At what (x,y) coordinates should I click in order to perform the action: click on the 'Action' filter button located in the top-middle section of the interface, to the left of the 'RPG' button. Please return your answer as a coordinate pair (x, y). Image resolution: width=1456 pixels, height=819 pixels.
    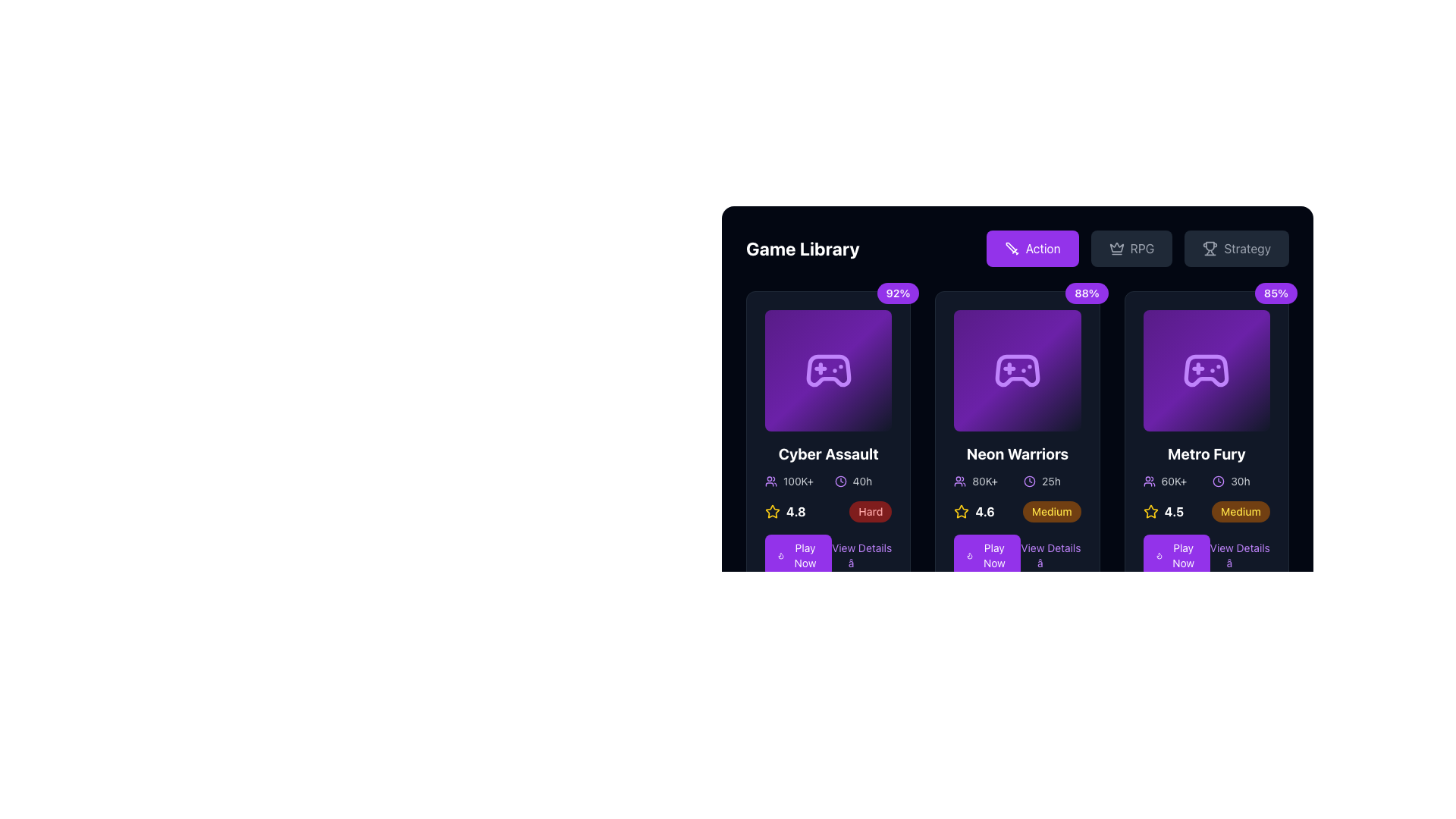
    Looking at the image, I should click on (1031, 247).